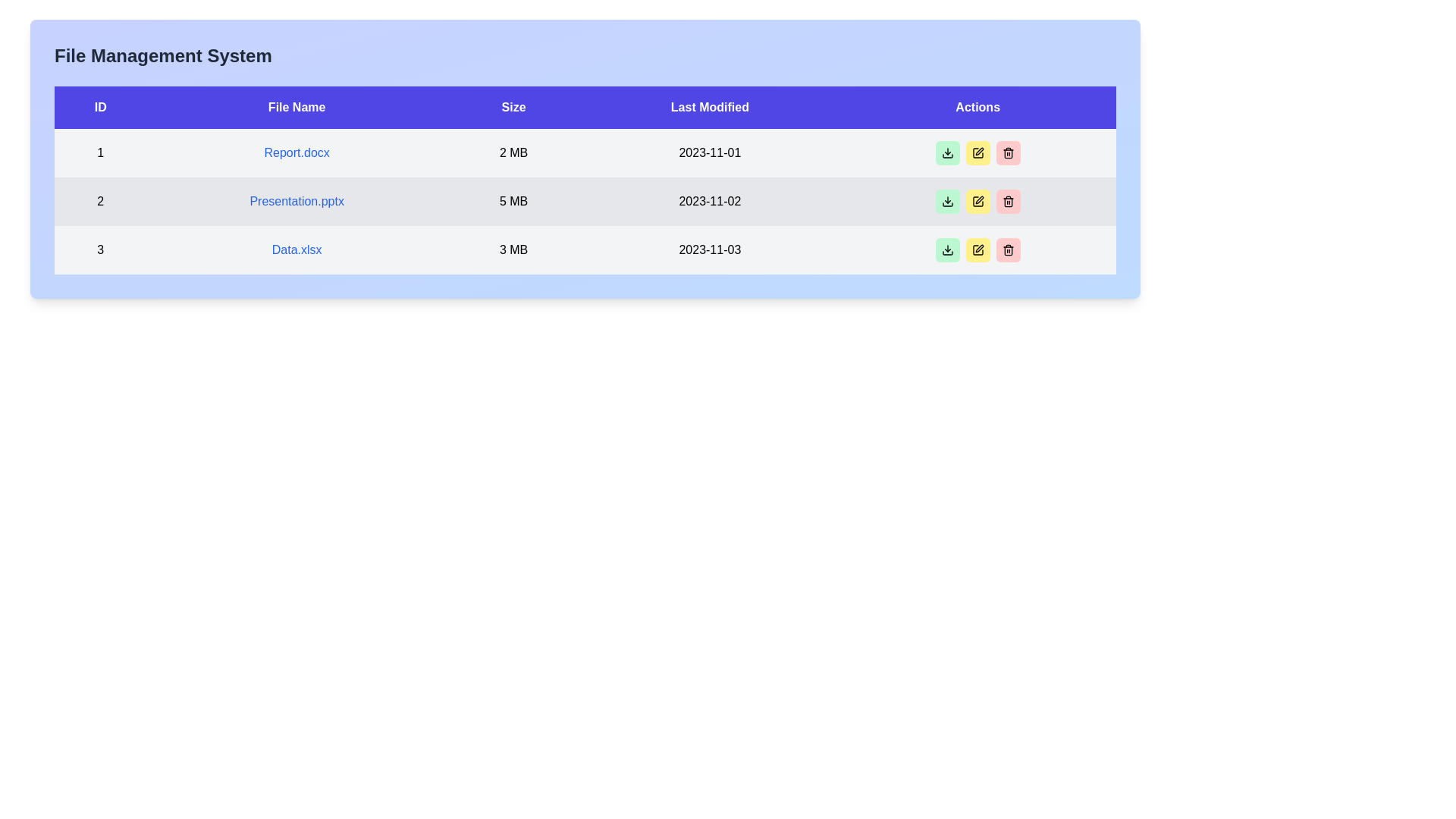  Describe the element at coordinates (297, 201) in the screenshot. I see `the hyperlink for the file 'Presentation.pptx', which is the second entry under the 'File Name' column in the table row labeled with ID '2'` at that location.